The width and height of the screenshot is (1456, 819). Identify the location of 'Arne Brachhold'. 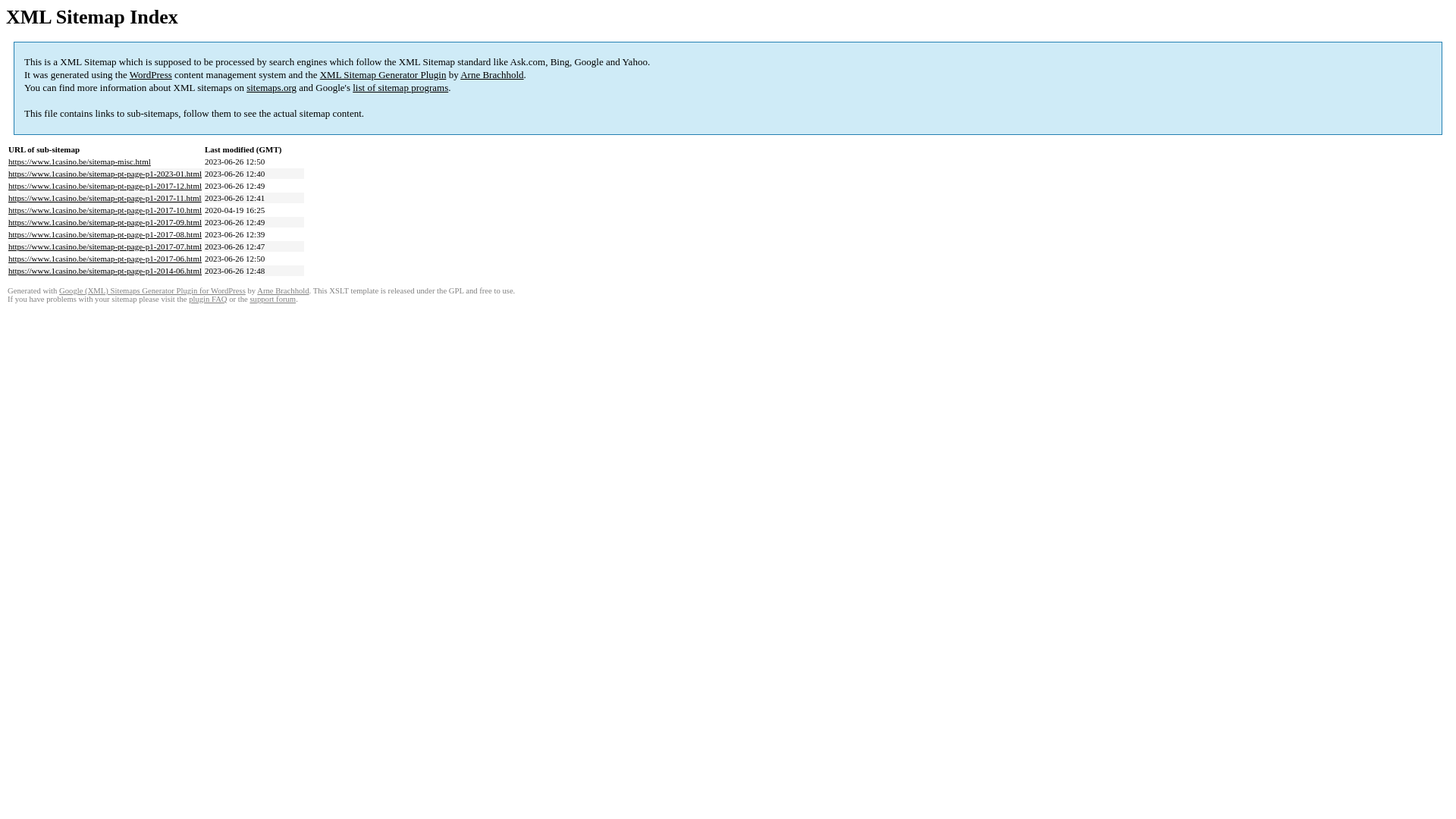
(459, 74).